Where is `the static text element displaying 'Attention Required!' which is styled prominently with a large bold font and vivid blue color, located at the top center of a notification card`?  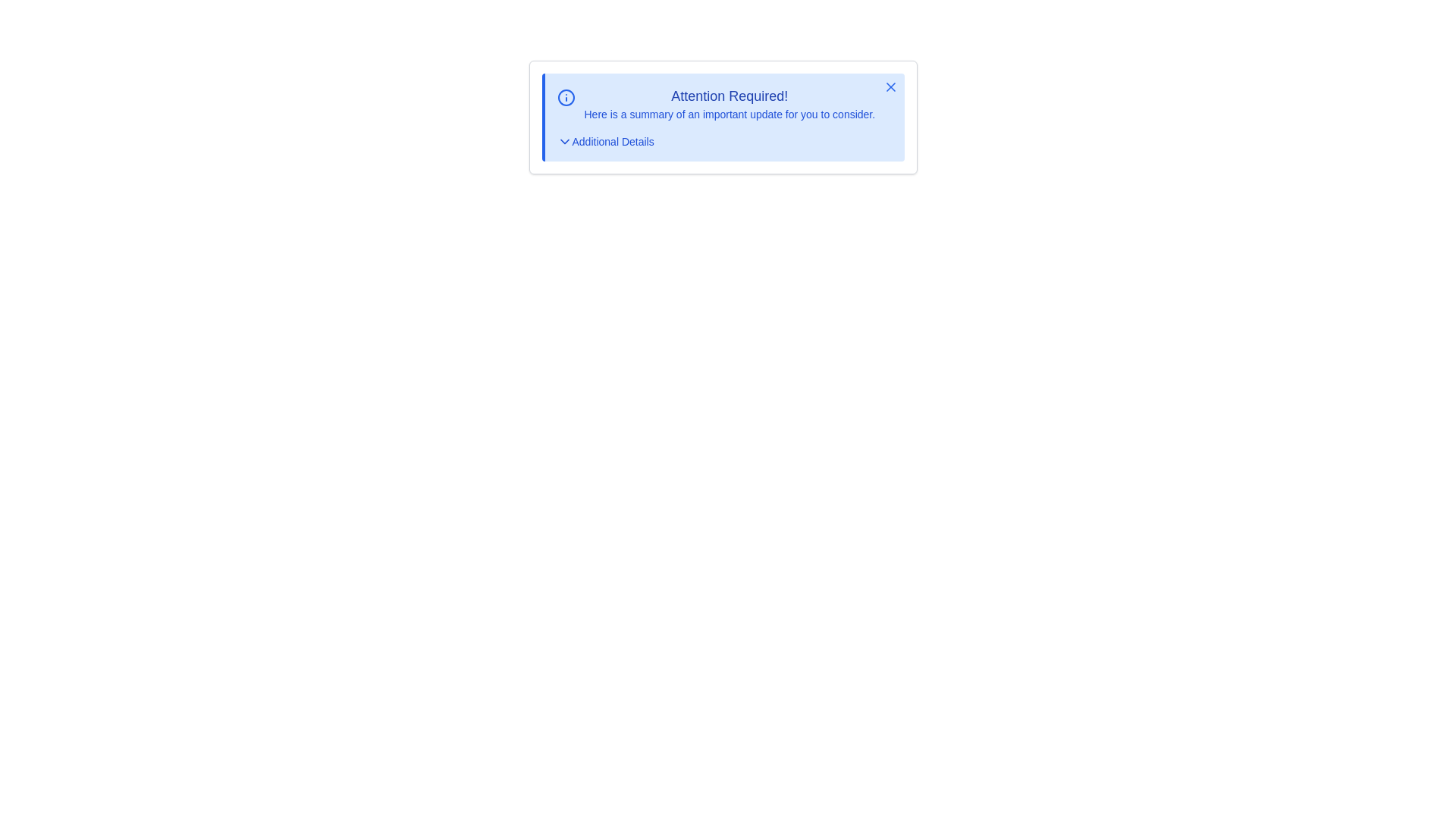 the static text element displaying 'Attention Required!' which is styled prominently with a large bold font and vivid blue color, located at the top center of a notification card is located at coordinates (730, 96).